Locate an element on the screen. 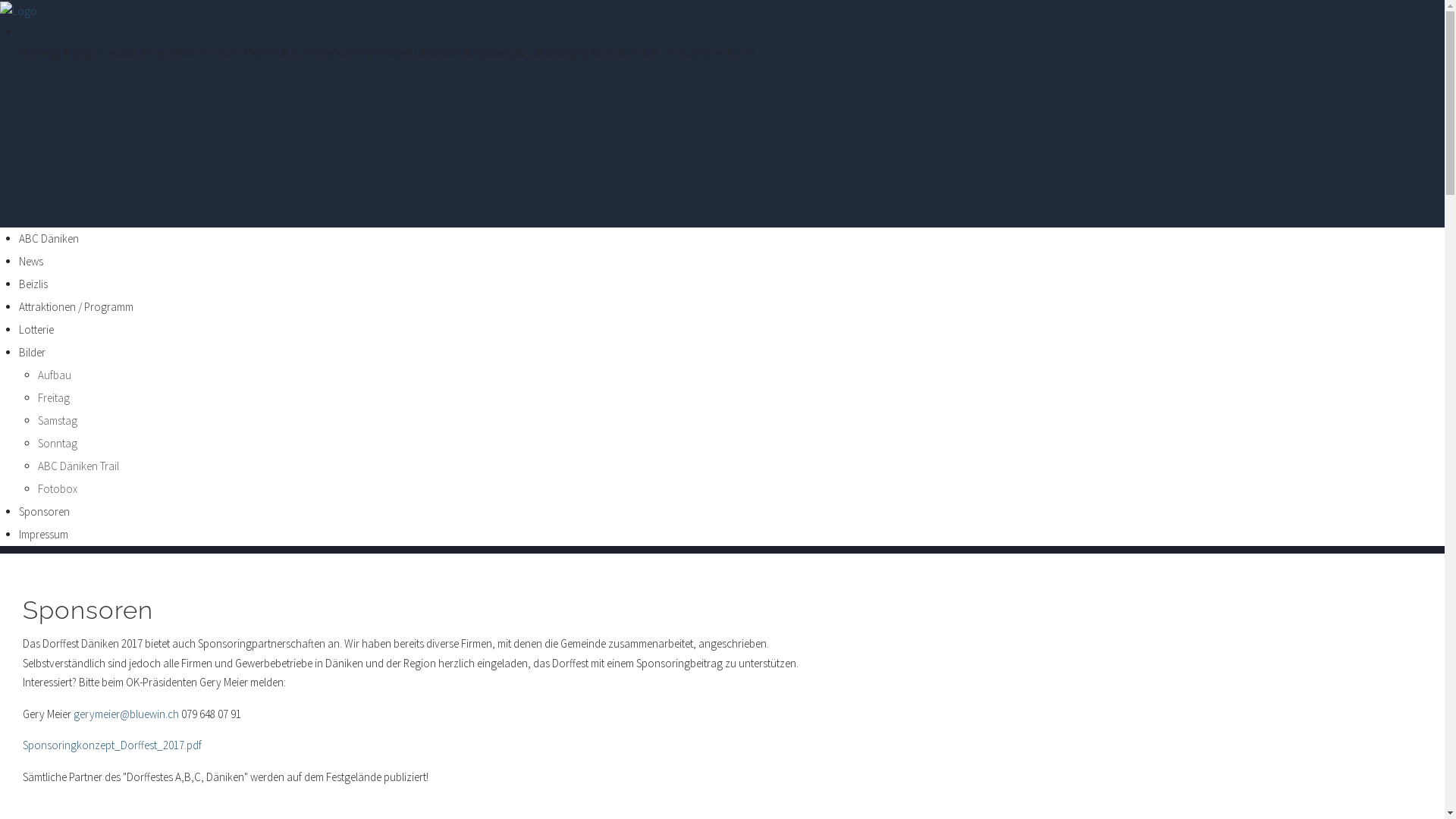 This screenshot has width=1456, height=819. 'Sponsoringkonzept_Dorffest_2017.pdf' is located at coordinates (111, 744).